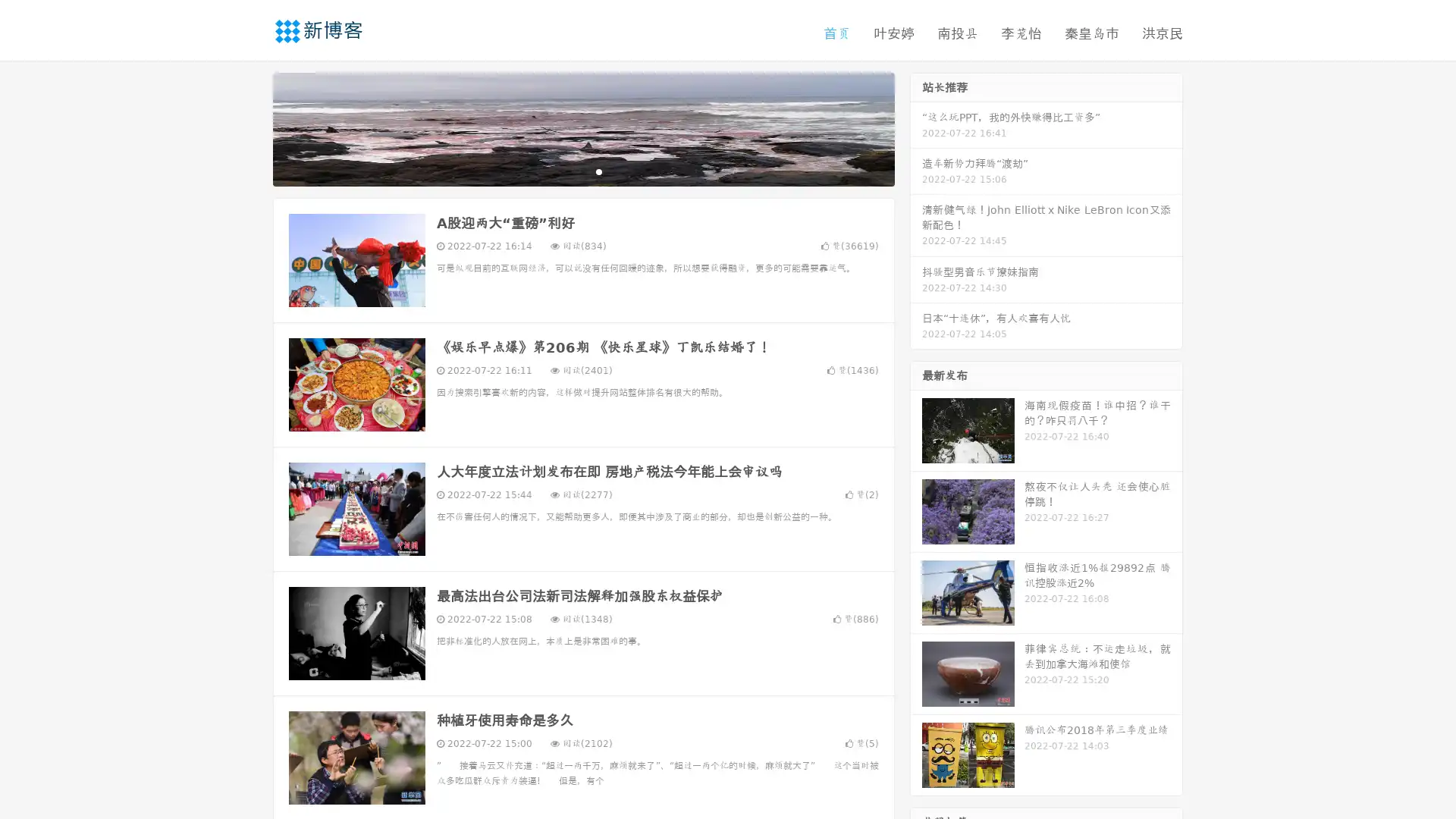 Image resolution: width=1456 pixels, height=819 pixels. I want to click on Previous slide, so click(250, 127).